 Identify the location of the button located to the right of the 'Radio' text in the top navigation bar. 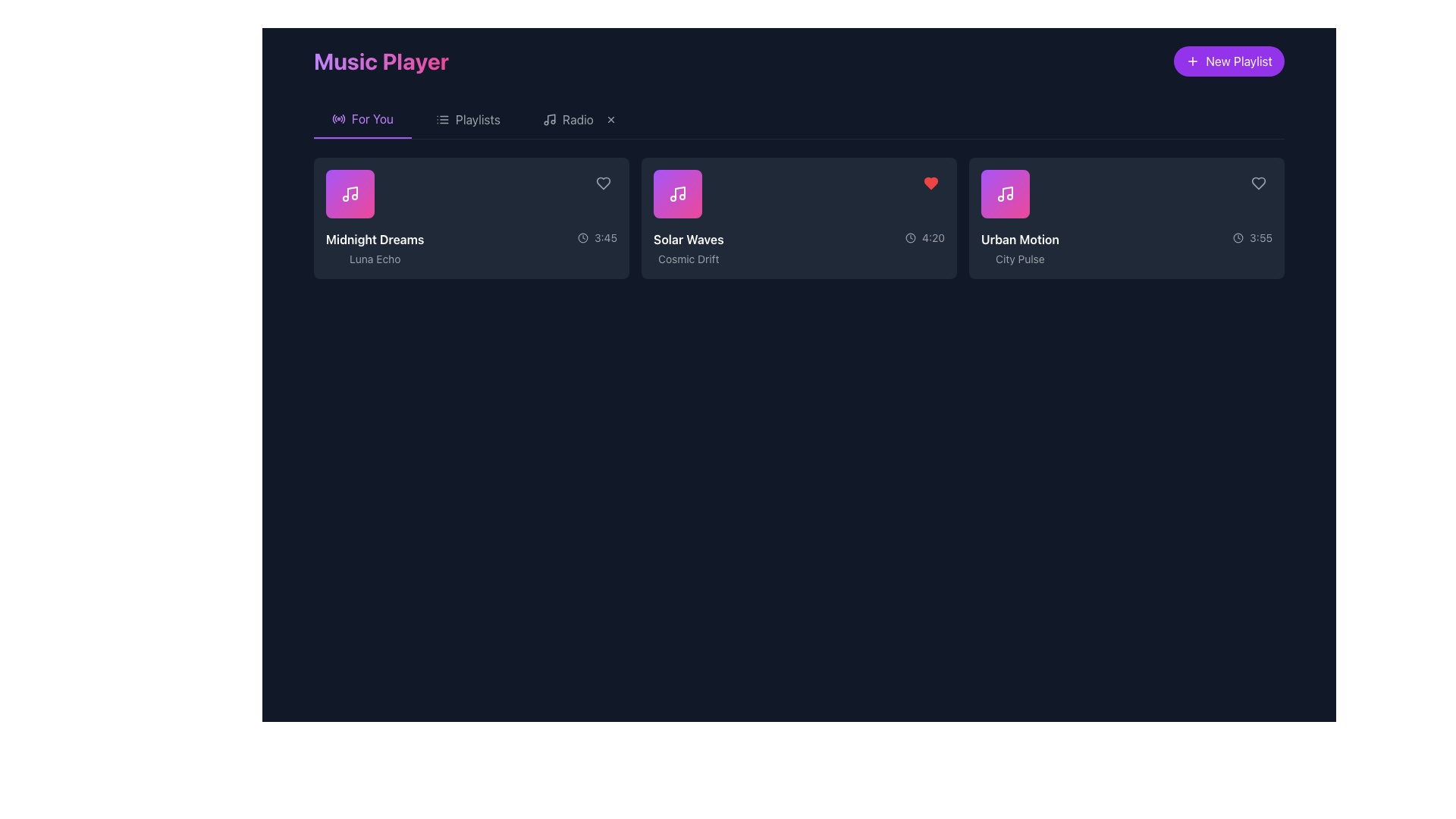
(610, 119).